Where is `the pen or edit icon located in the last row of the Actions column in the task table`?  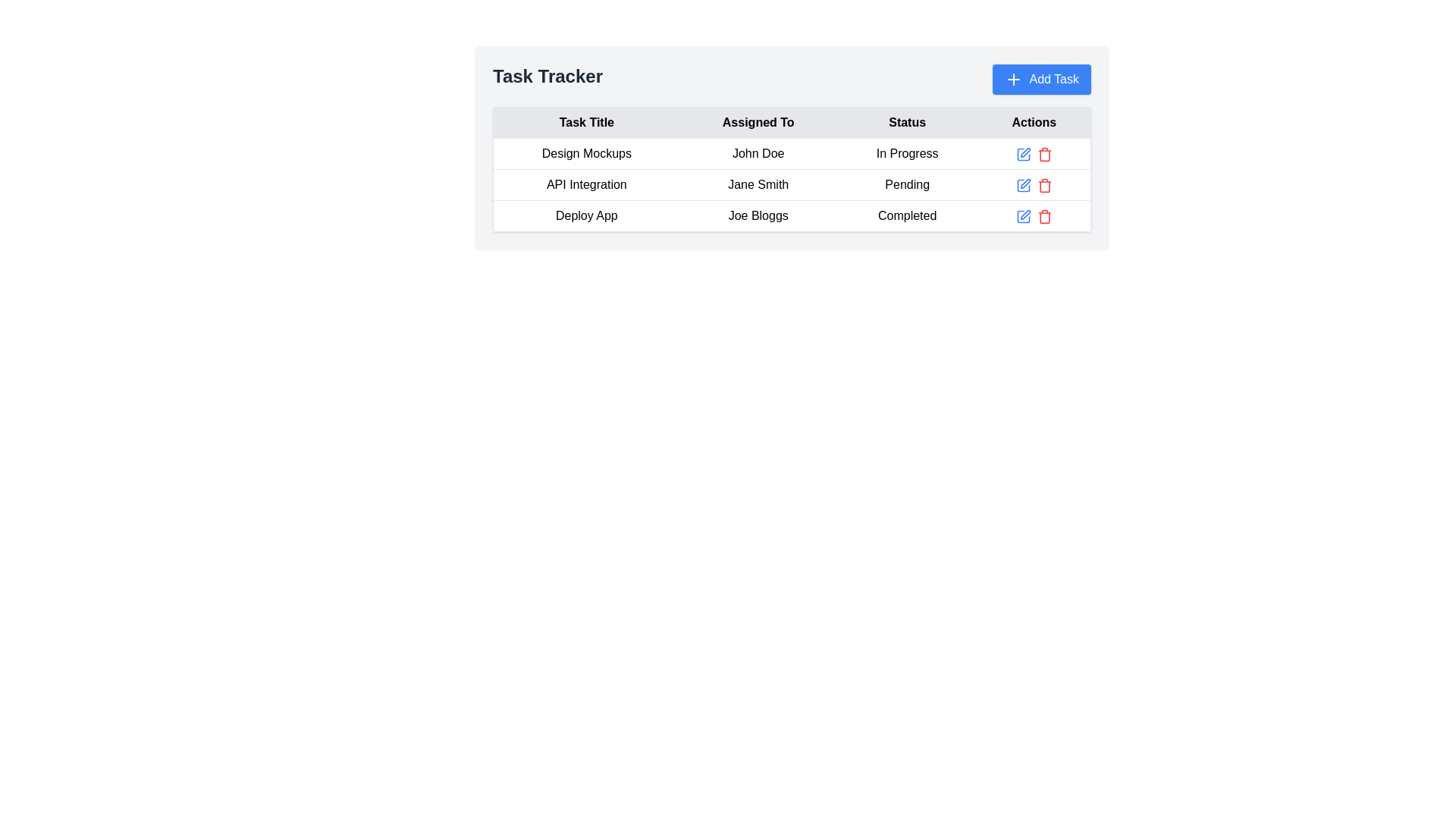
the pen or edit icon located in the last row of the Actions column in the task table is located at coordinates (1025, 215).